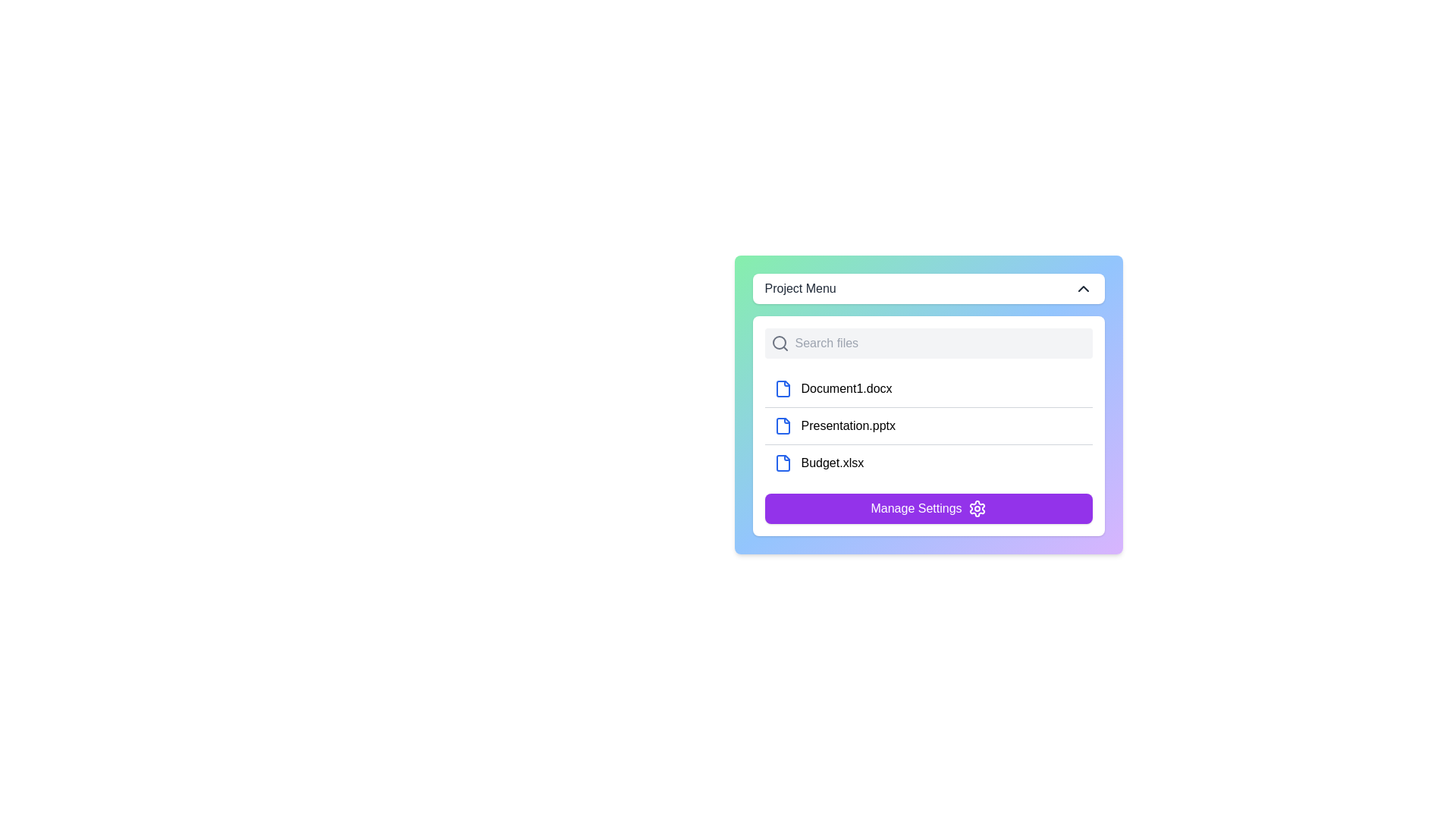  I want to click on the file icon representing 'Document1.docx', which is located to the left of the text in the file list interface, so click(783, 388).